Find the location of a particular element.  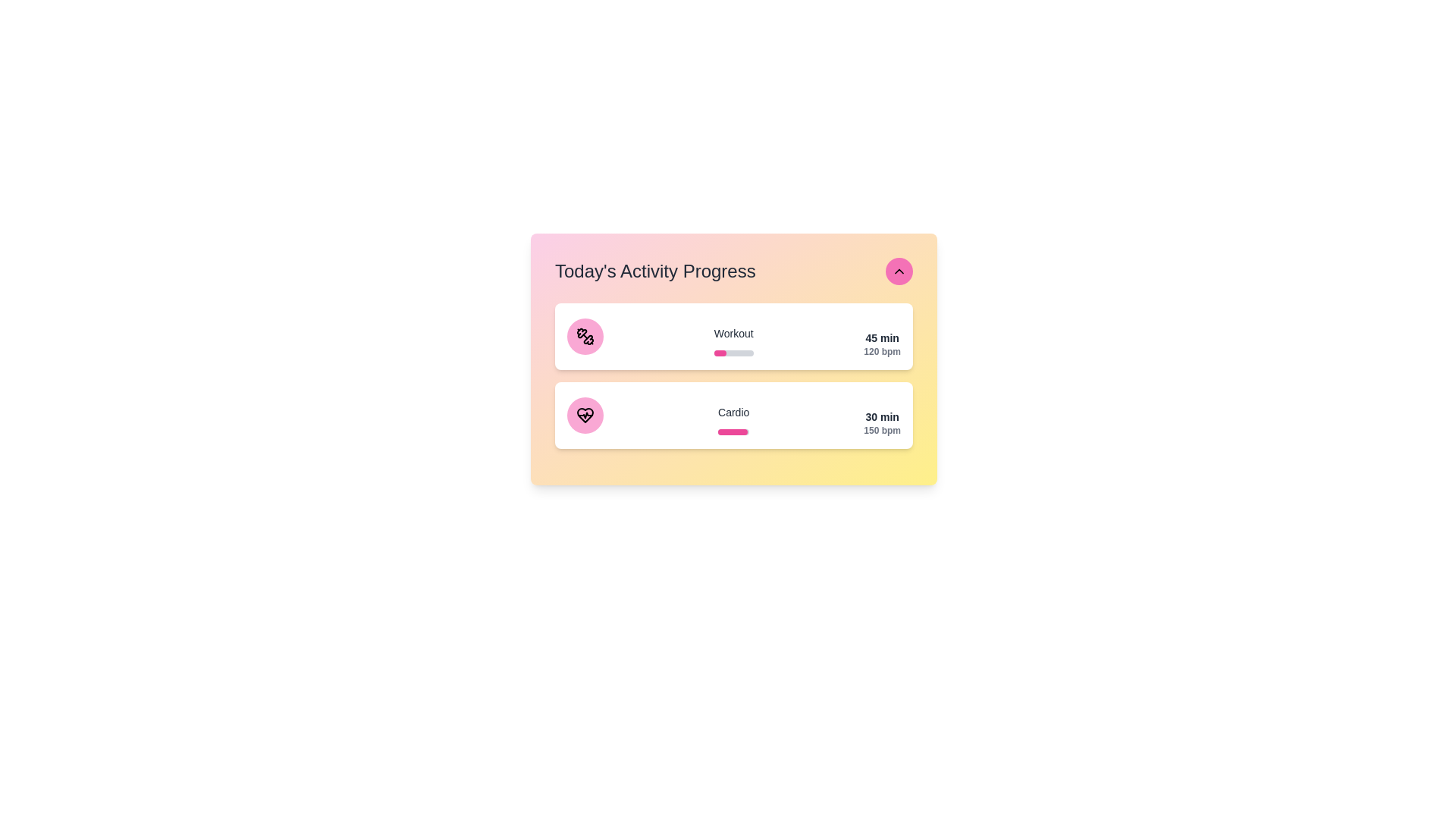

the text label displaying '30 min', which is styled in bold medium gray font and positioned above '150 bpm' in the right section of the second card is located at coordinates (882, 417).